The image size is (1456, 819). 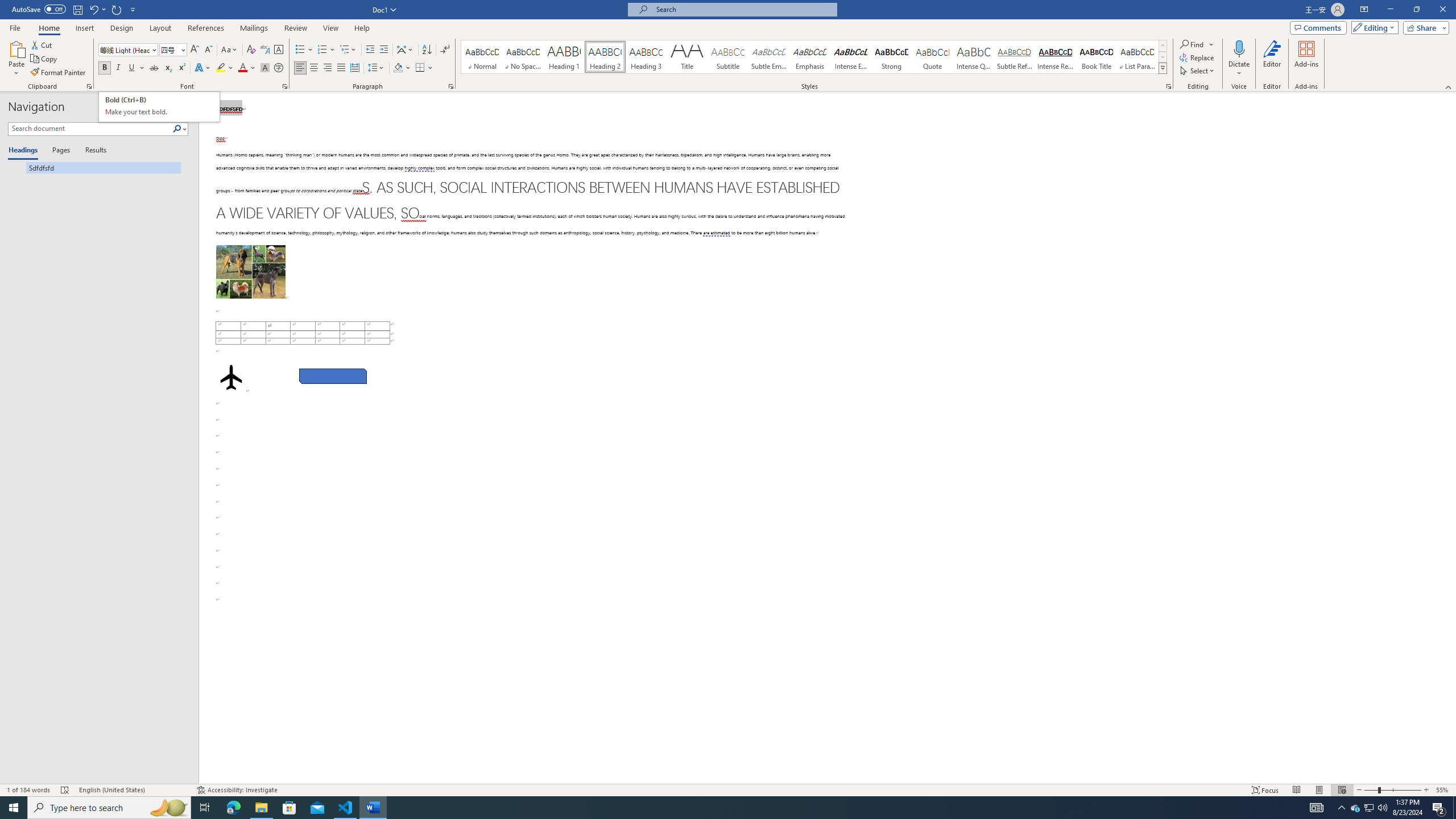 What do you see at coordinates (65, 790) in the screenshot?
I see `'Spelling and Grammar Check Errors'` at bounding box center [65, 790].